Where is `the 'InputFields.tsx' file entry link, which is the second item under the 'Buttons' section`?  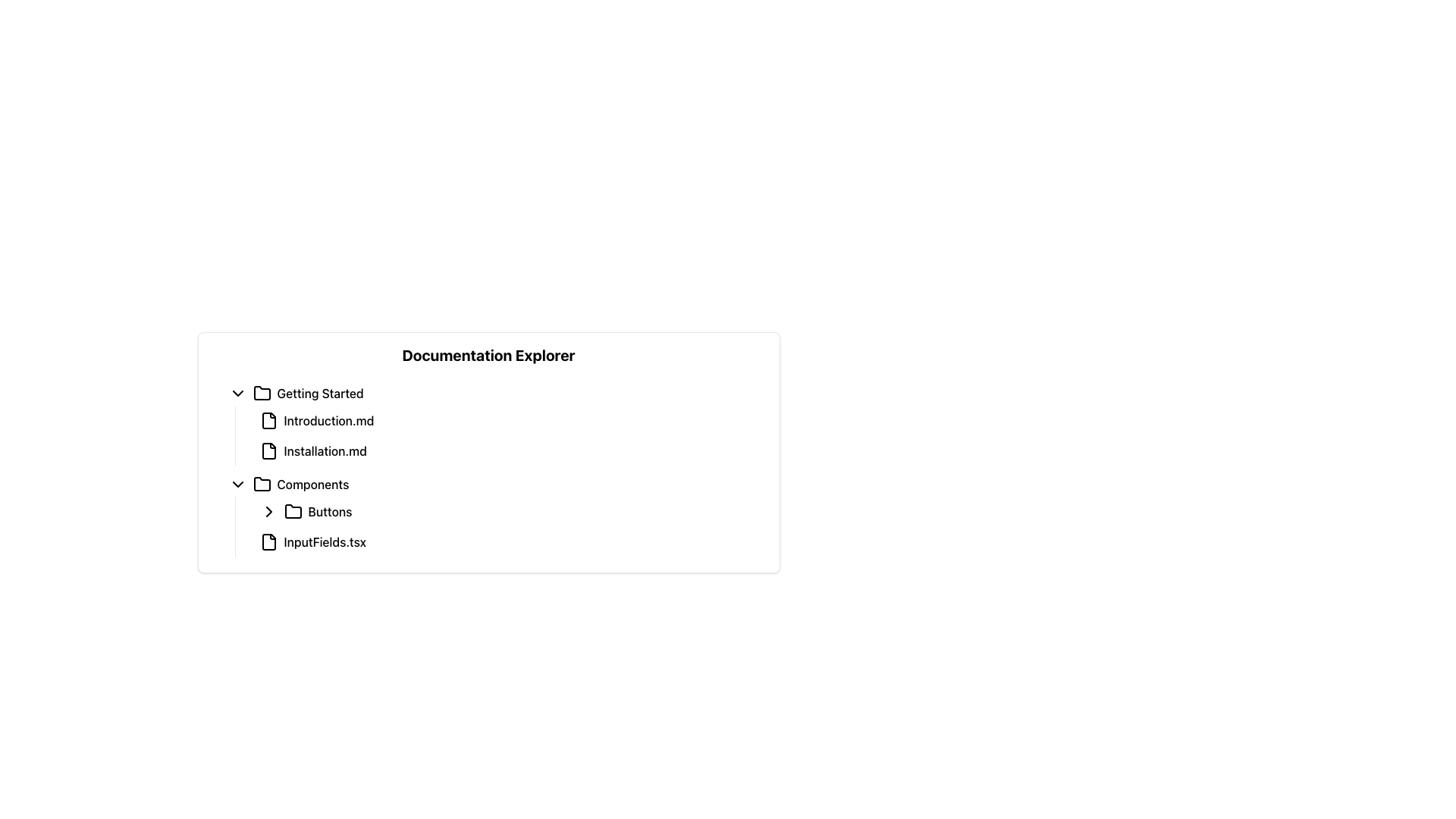
the 'InputFields.tsx' file entry link, which is the second item under the 'Buttons' section is located at coordinates (510, 541).